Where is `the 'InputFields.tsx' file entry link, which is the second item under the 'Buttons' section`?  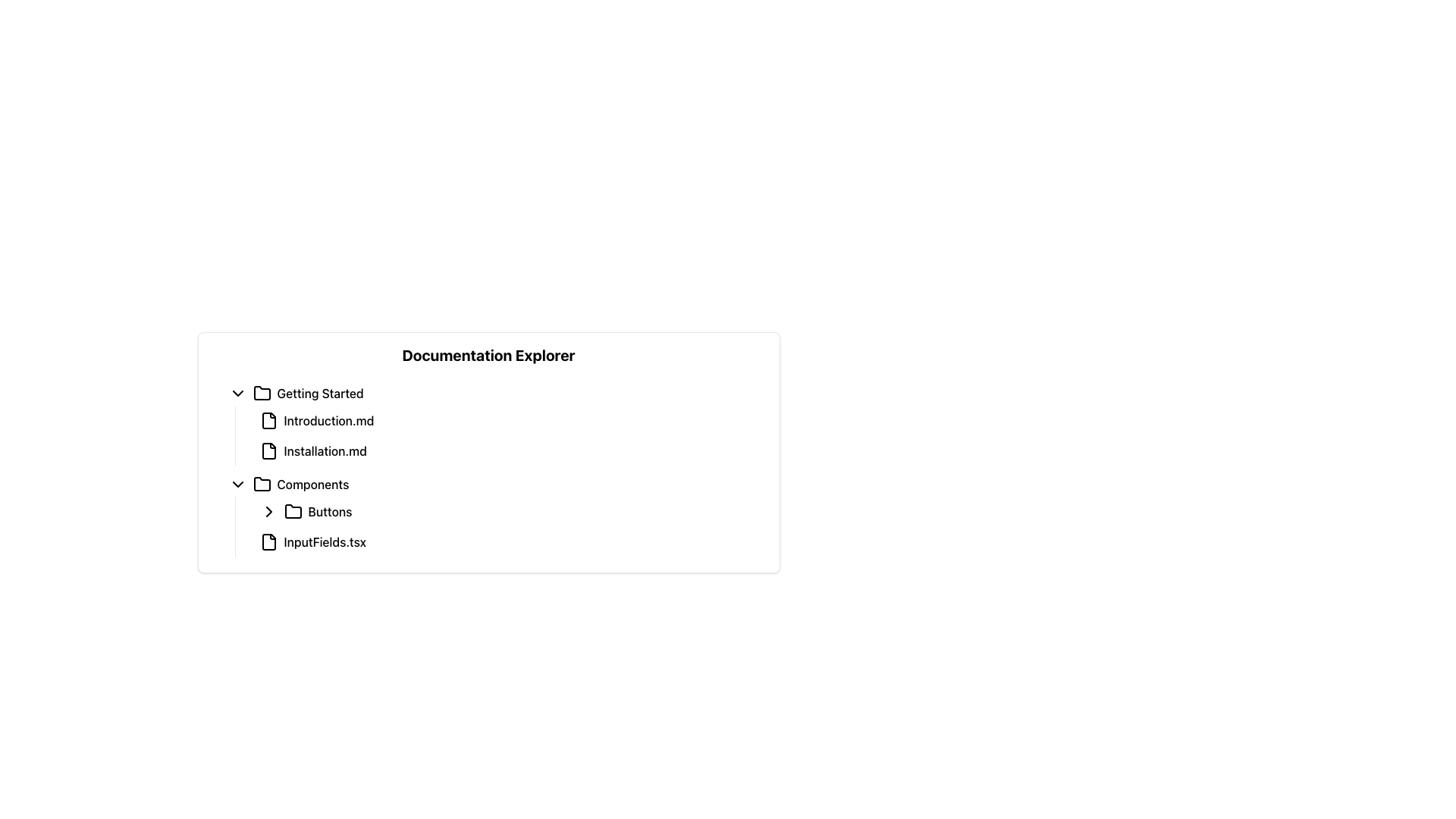
the 'InputFields.tsx' file entry link, which is the second item under the 'Buttons' section is located at coordinates (510, 541).